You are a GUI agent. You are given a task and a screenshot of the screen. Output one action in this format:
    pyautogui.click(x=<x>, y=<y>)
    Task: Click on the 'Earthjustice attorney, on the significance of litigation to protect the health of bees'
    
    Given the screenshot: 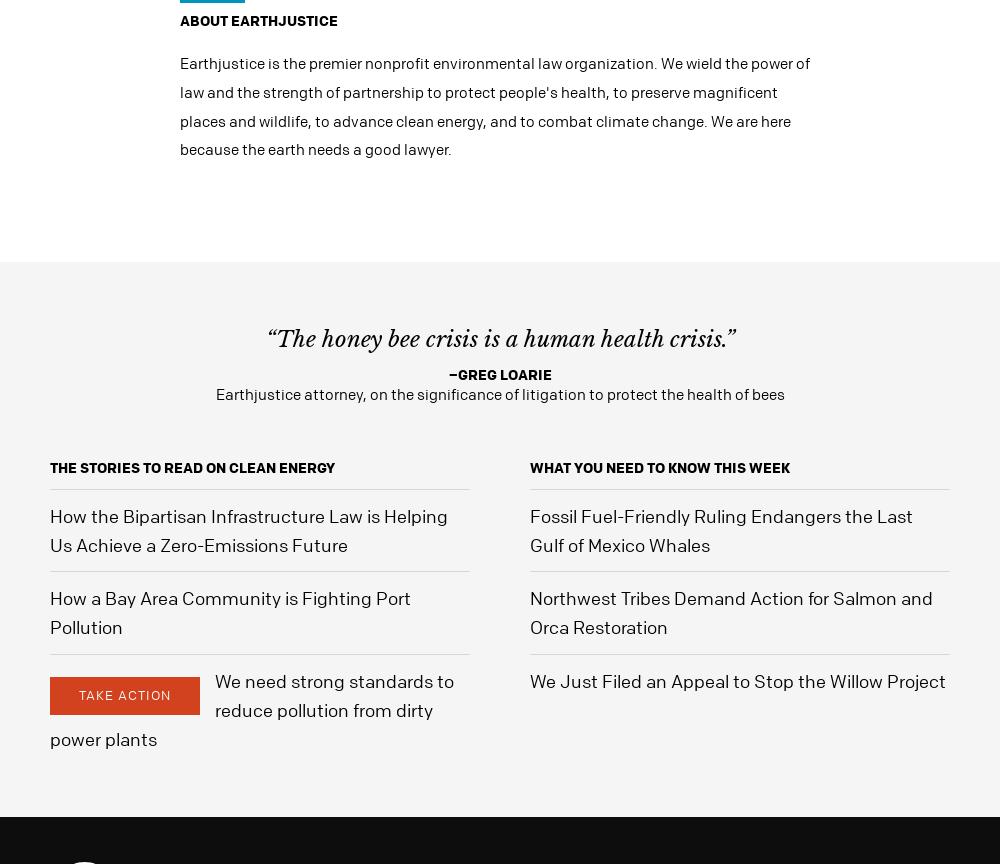 What is the action you would take?
    pyautogui.click(x=498, y=392)
    